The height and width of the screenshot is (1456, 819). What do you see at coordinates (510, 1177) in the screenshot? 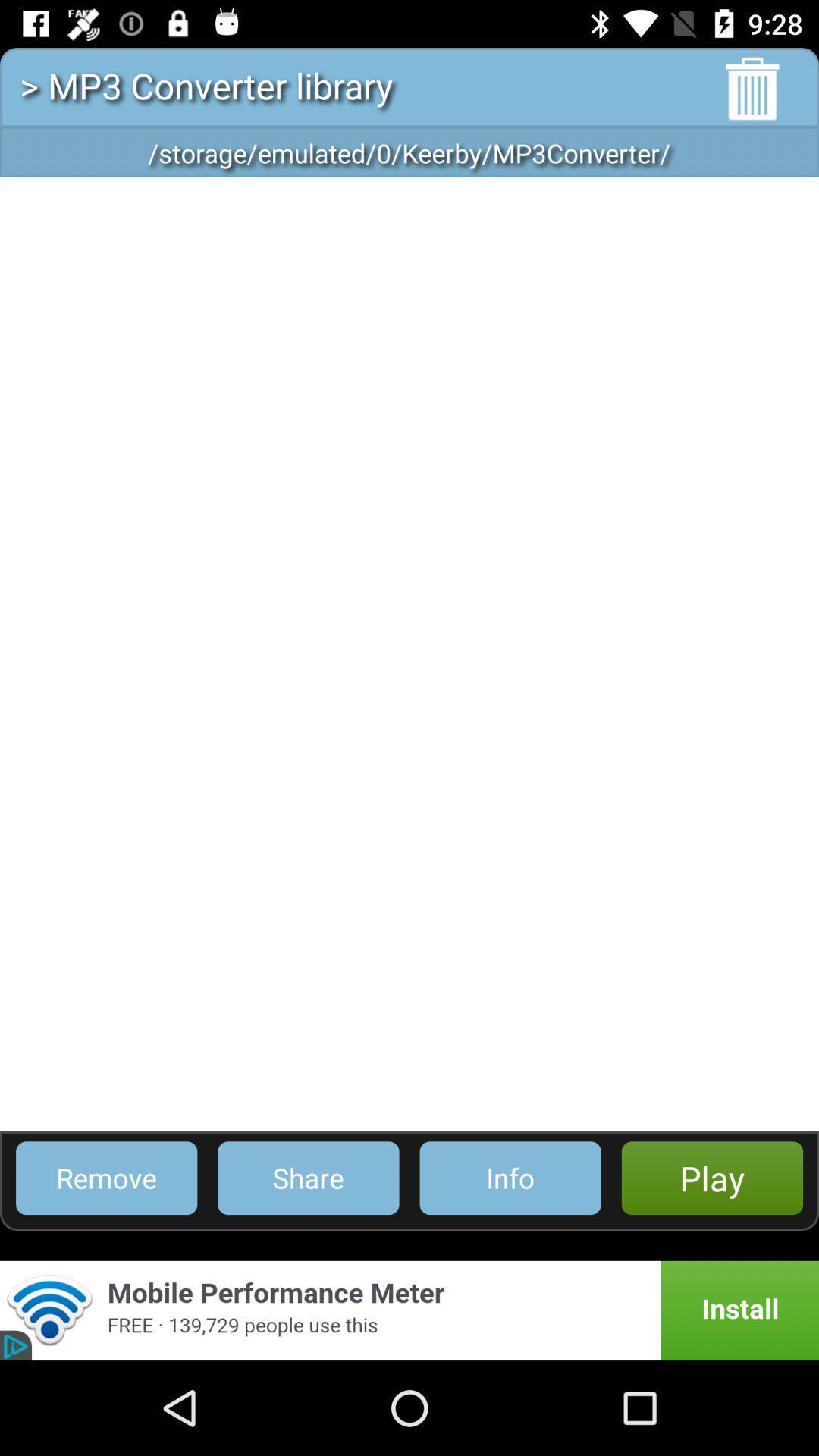
I see `info app` at bounding box center [510, 1177].